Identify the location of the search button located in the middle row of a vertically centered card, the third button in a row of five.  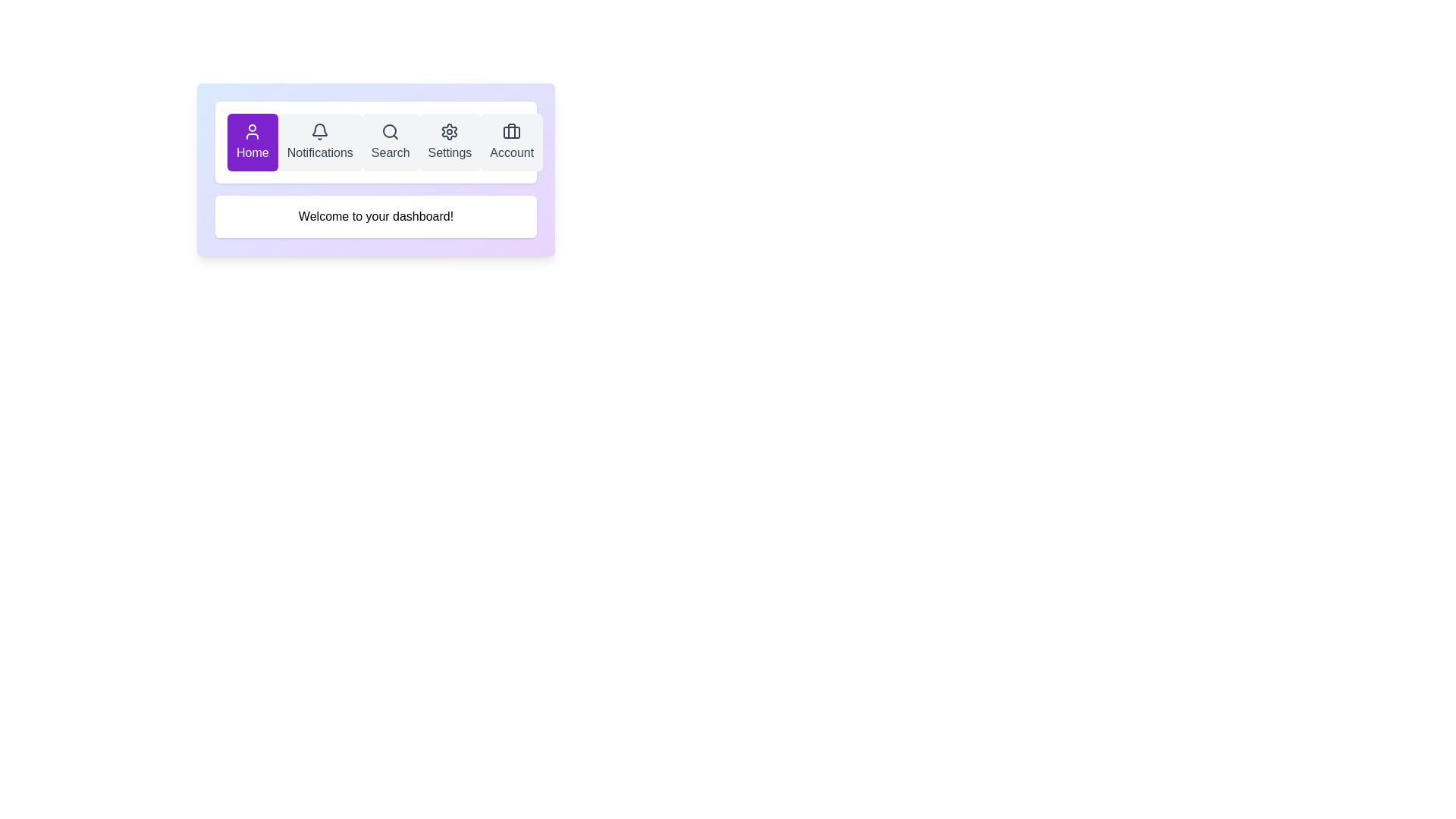
(375, 143).